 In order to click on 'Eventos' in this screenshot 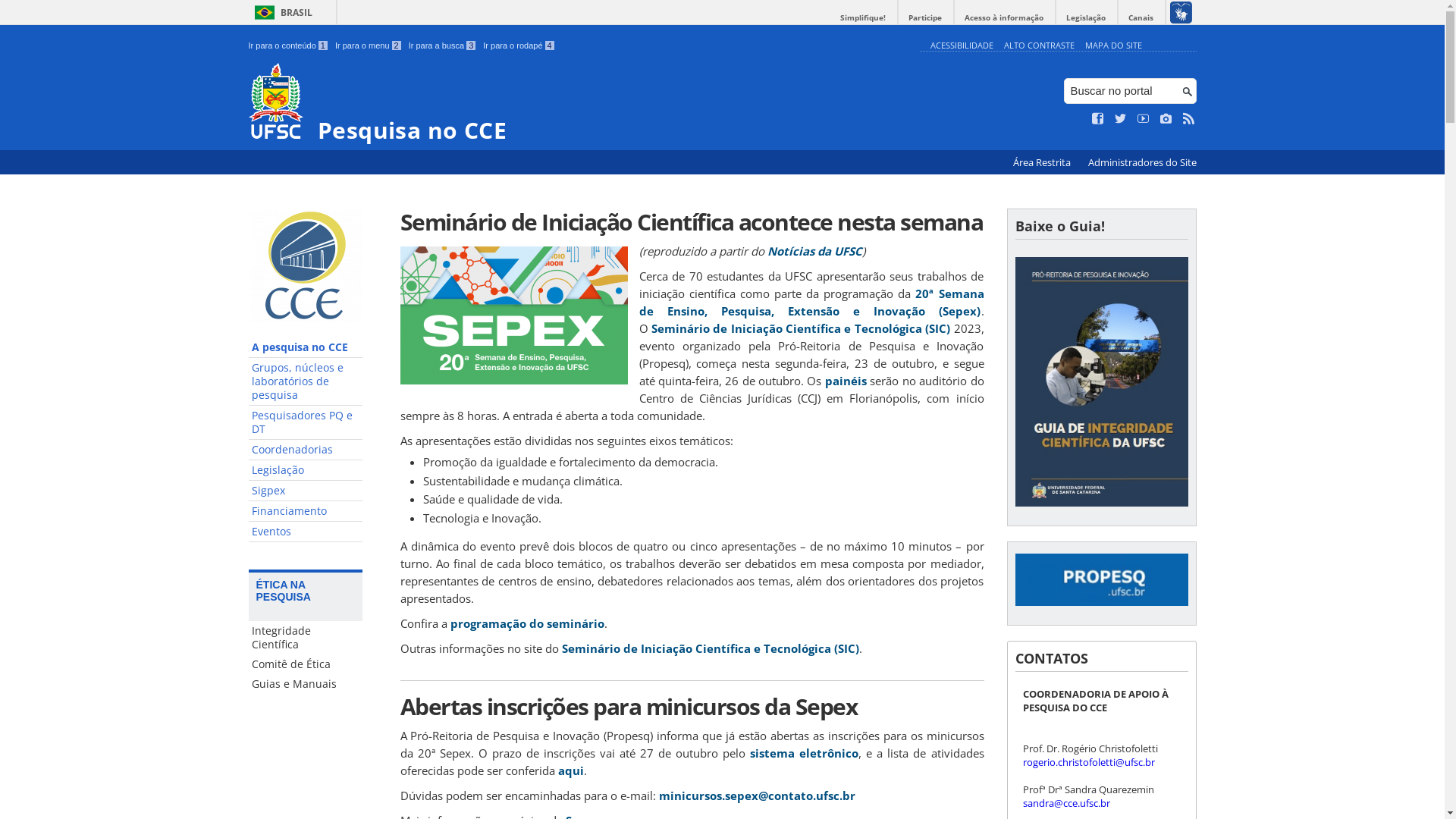, I will do `click(305, 531)`.